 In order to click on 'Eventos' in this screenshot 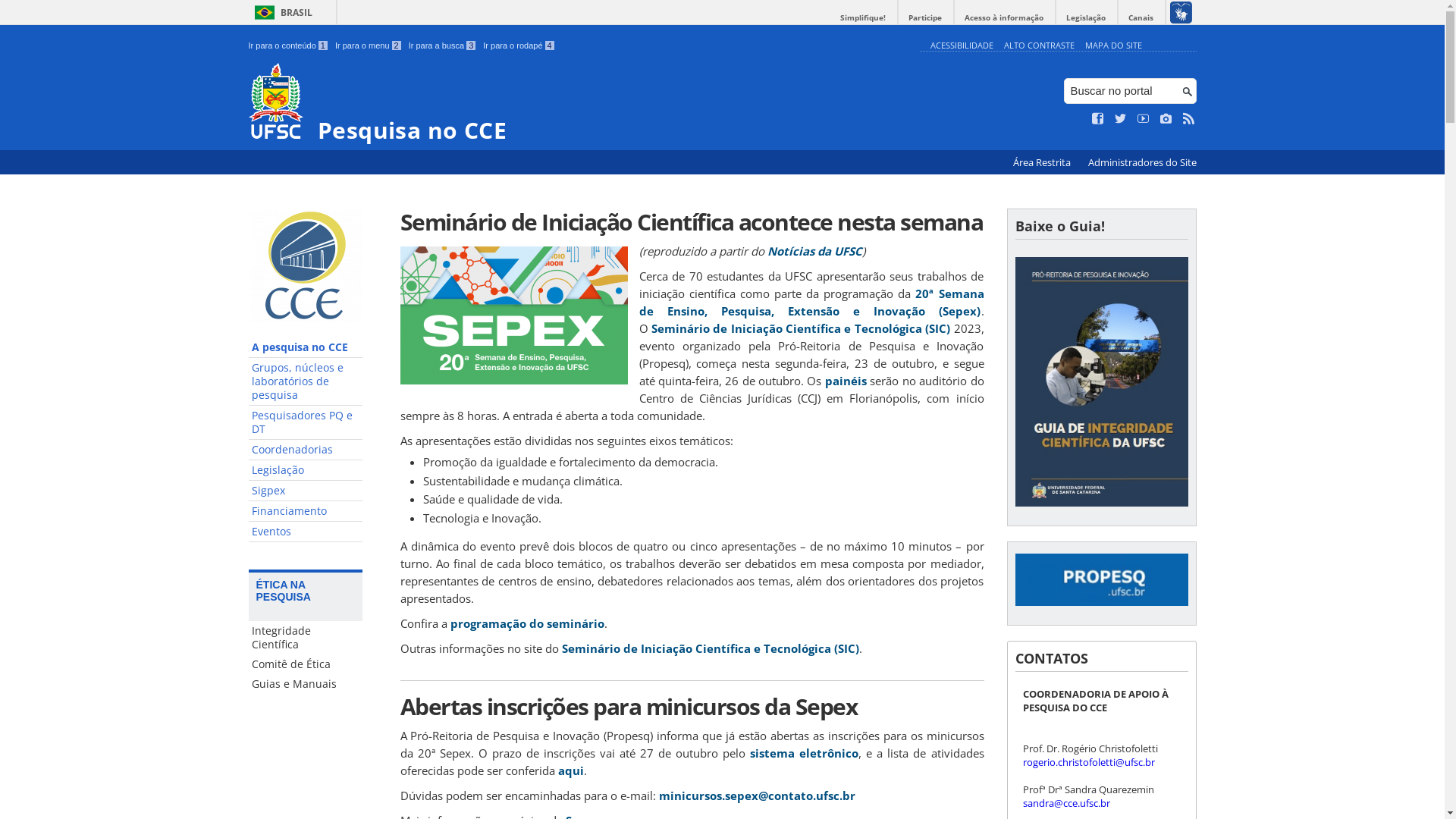, I will do `click(305, 531)`.